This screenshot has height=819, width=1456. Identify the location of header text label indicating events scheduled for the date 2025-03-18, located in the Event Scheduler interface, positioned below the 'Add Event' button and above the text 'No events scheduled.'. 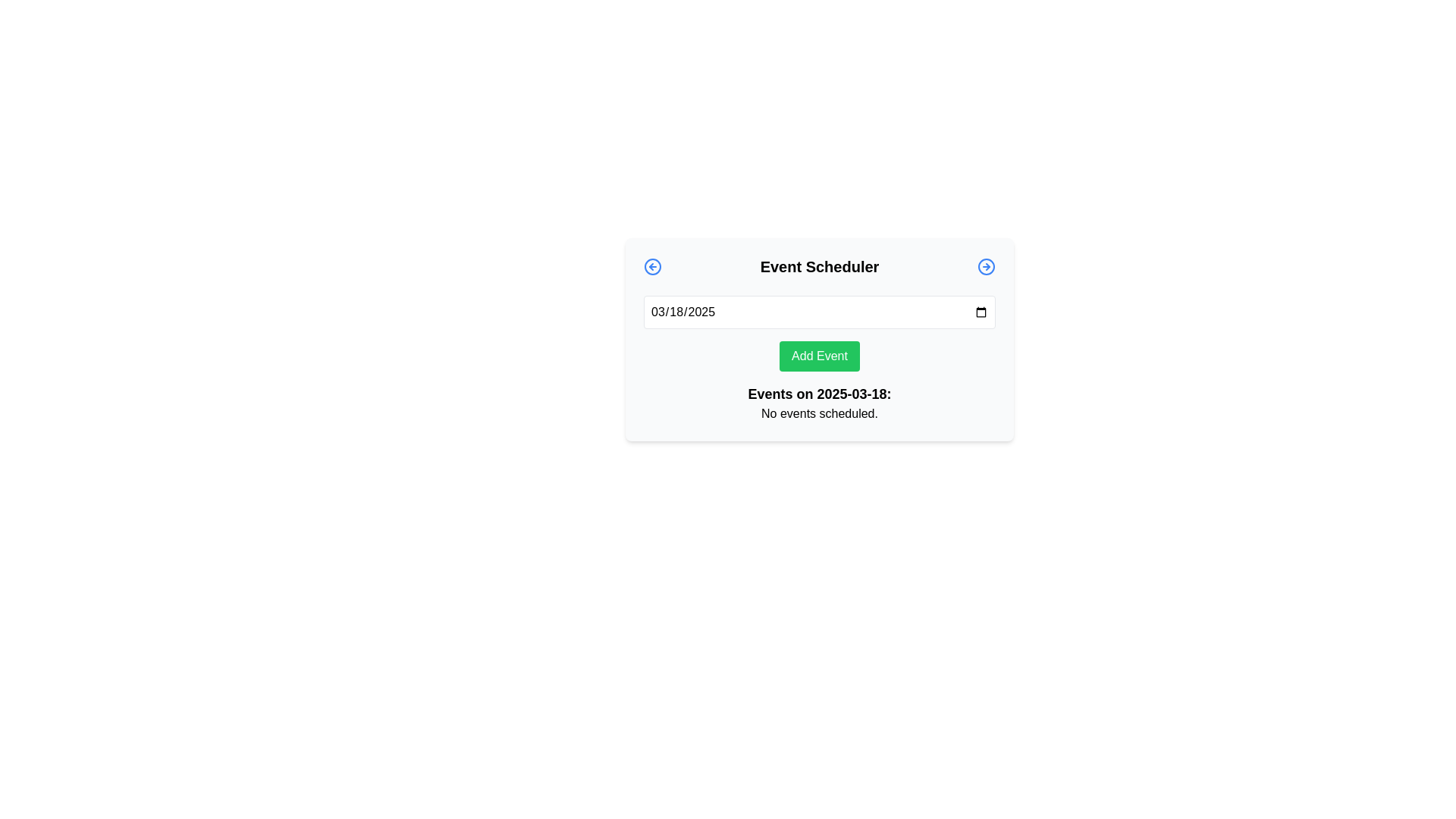
(818, 394).